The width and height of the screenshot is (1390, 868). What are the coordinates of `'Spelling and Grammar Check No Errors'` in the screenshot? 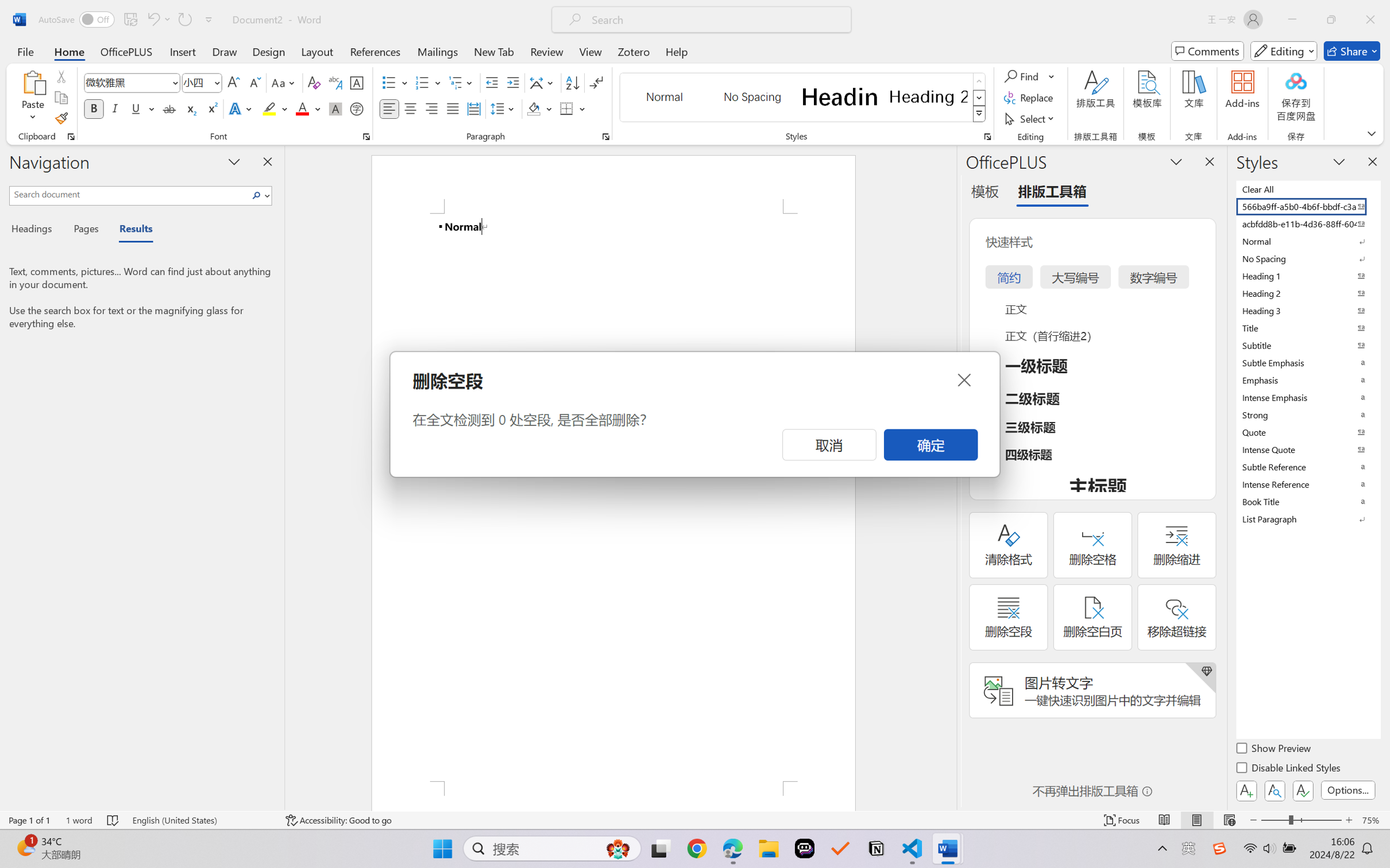 It's located at (113, 820).